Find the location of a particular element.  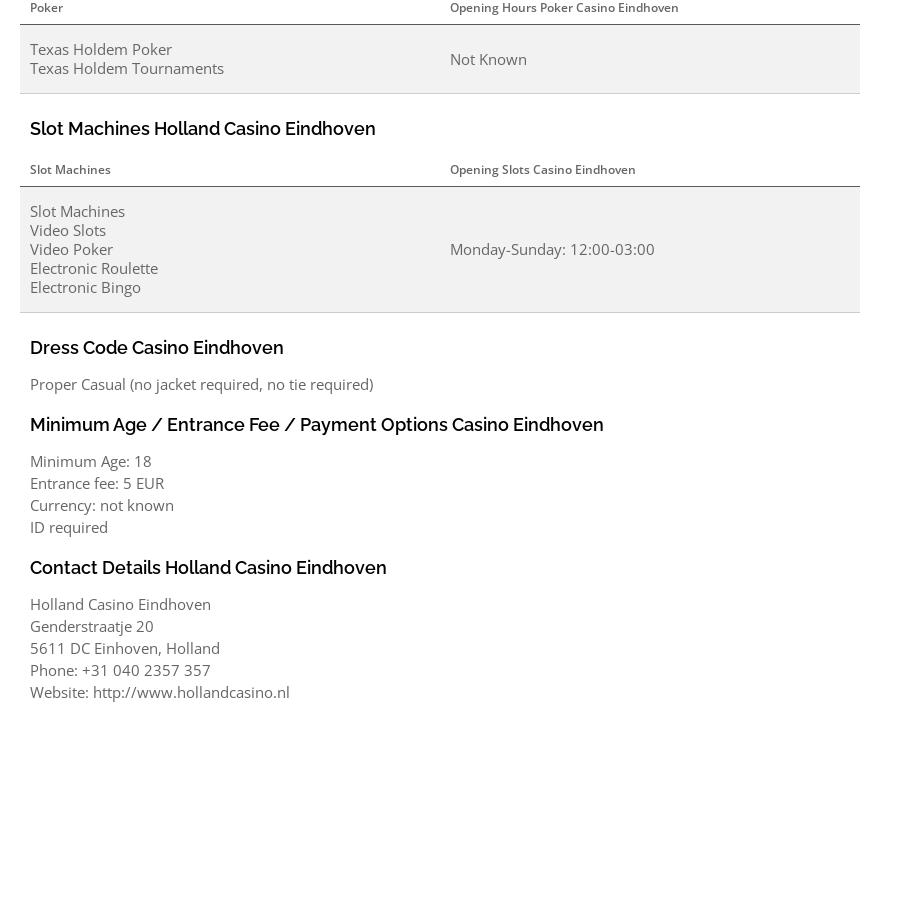

'Contact Details Holland Casino Eindhoven' is located at coordinates (208, 566).